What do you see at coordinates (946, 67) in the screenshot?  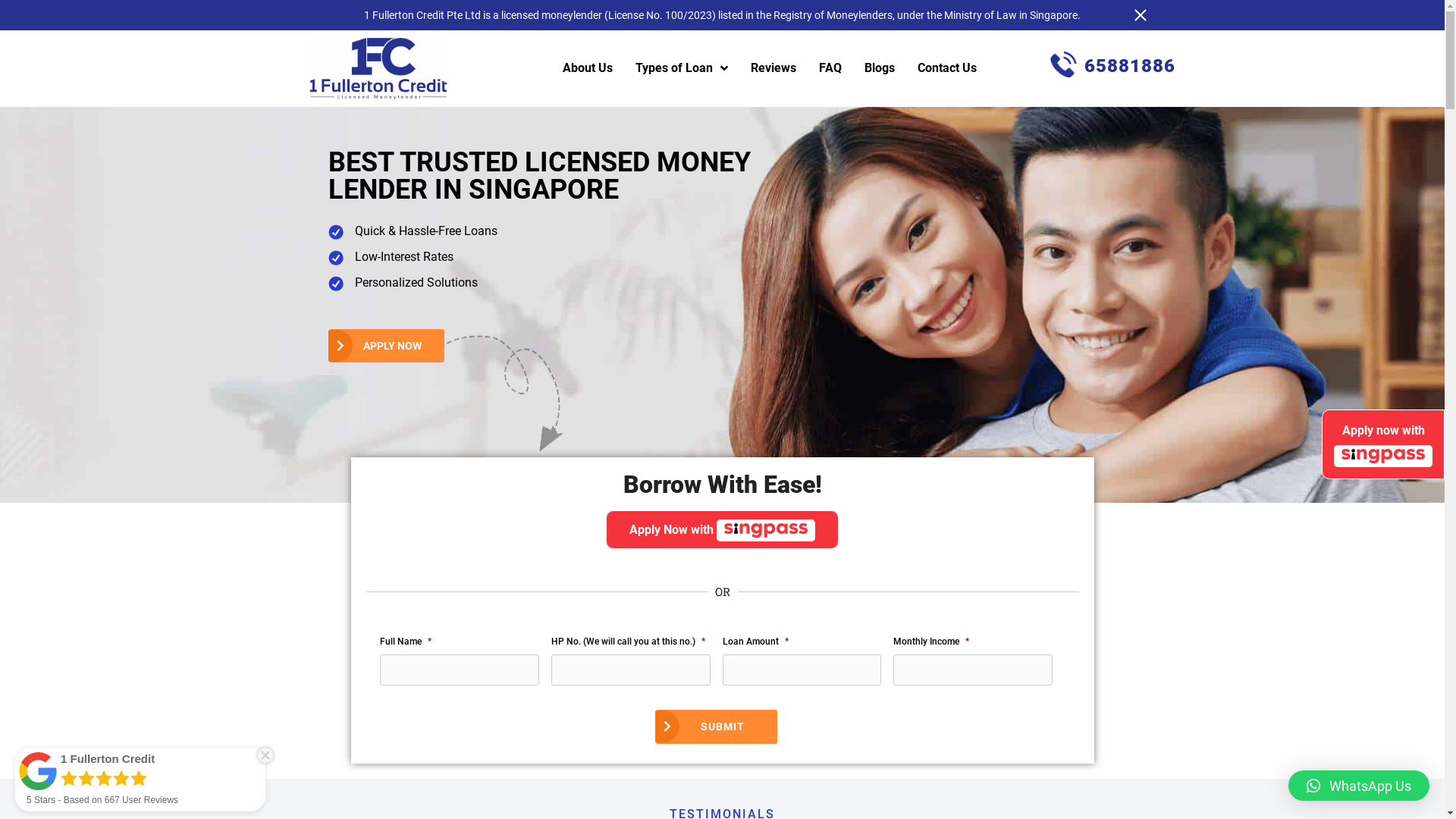 I see `'Contact Us'` at bounding box center [946, 67].